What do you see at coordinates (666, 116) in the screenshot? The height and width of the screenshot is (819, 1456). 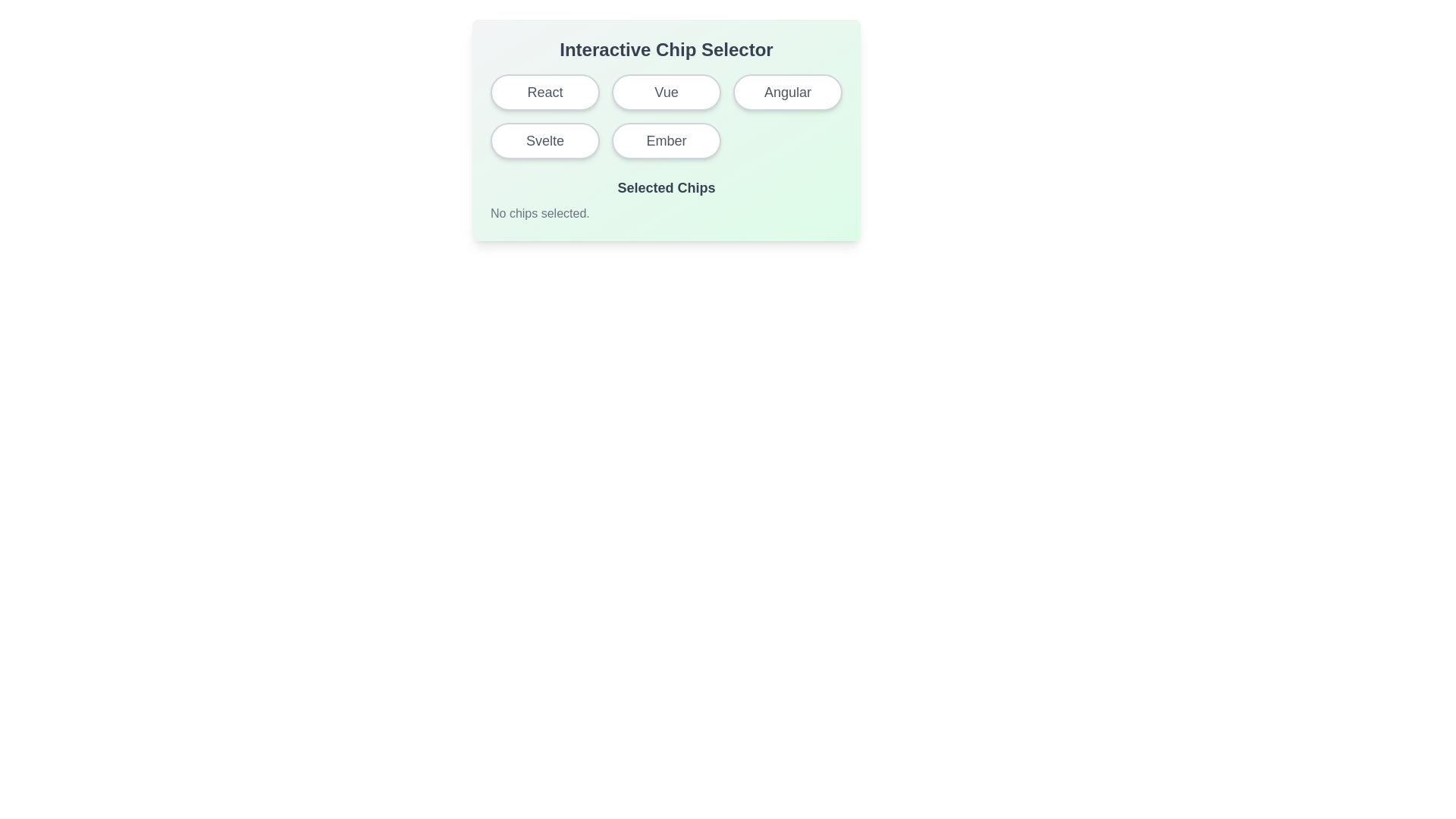 I see `the individual interactive button within the Grid layout of the 'Interactive Chip Selector'` at bounding box center [666, 116].